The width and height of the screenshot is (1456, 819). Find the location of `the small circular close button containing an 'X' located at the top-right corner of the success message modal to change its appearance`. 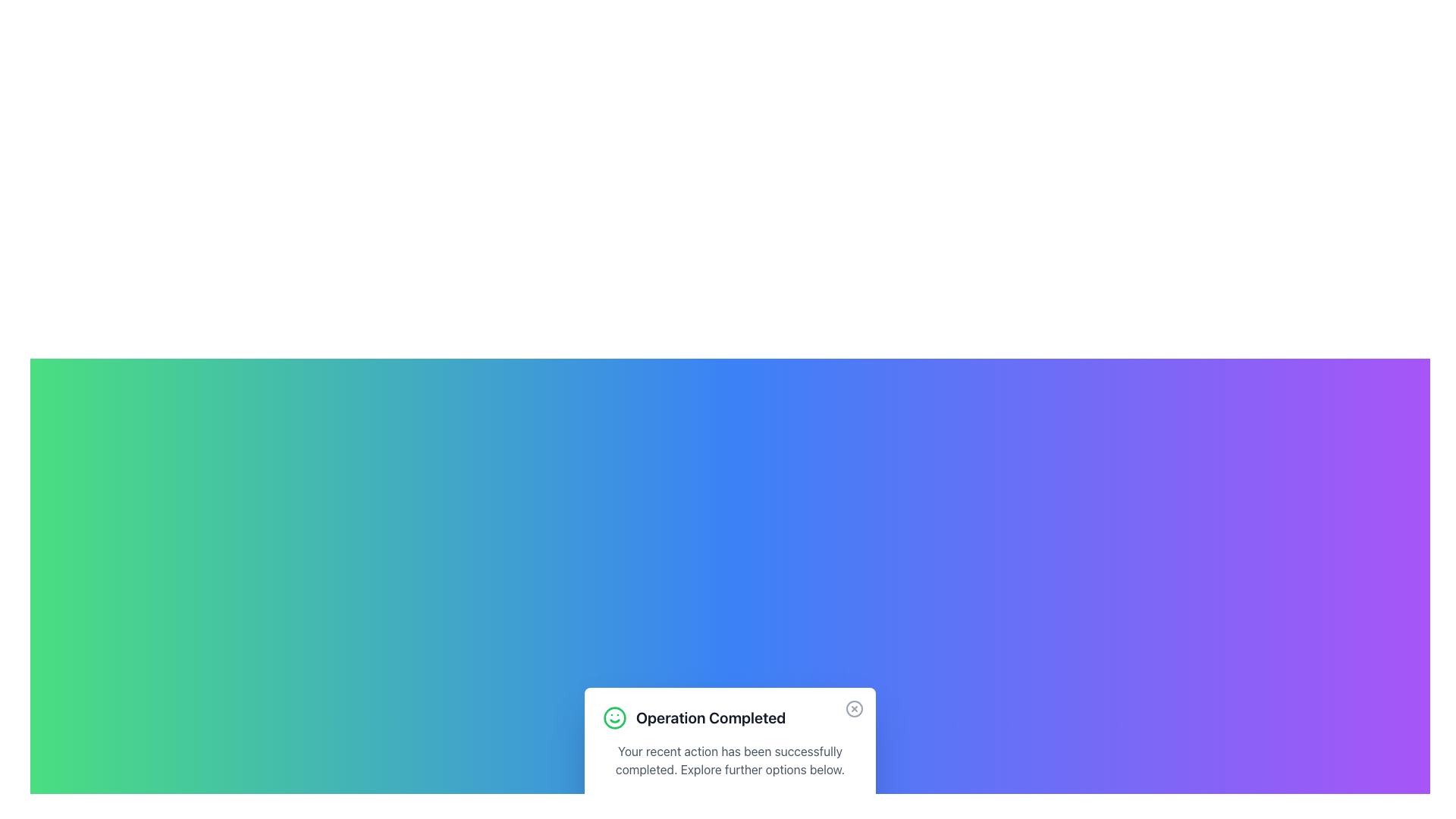

the small circular close button containing an 'X' located at the top-right corner of the success message modal to change its appearance is located at coordinates (855, 708).